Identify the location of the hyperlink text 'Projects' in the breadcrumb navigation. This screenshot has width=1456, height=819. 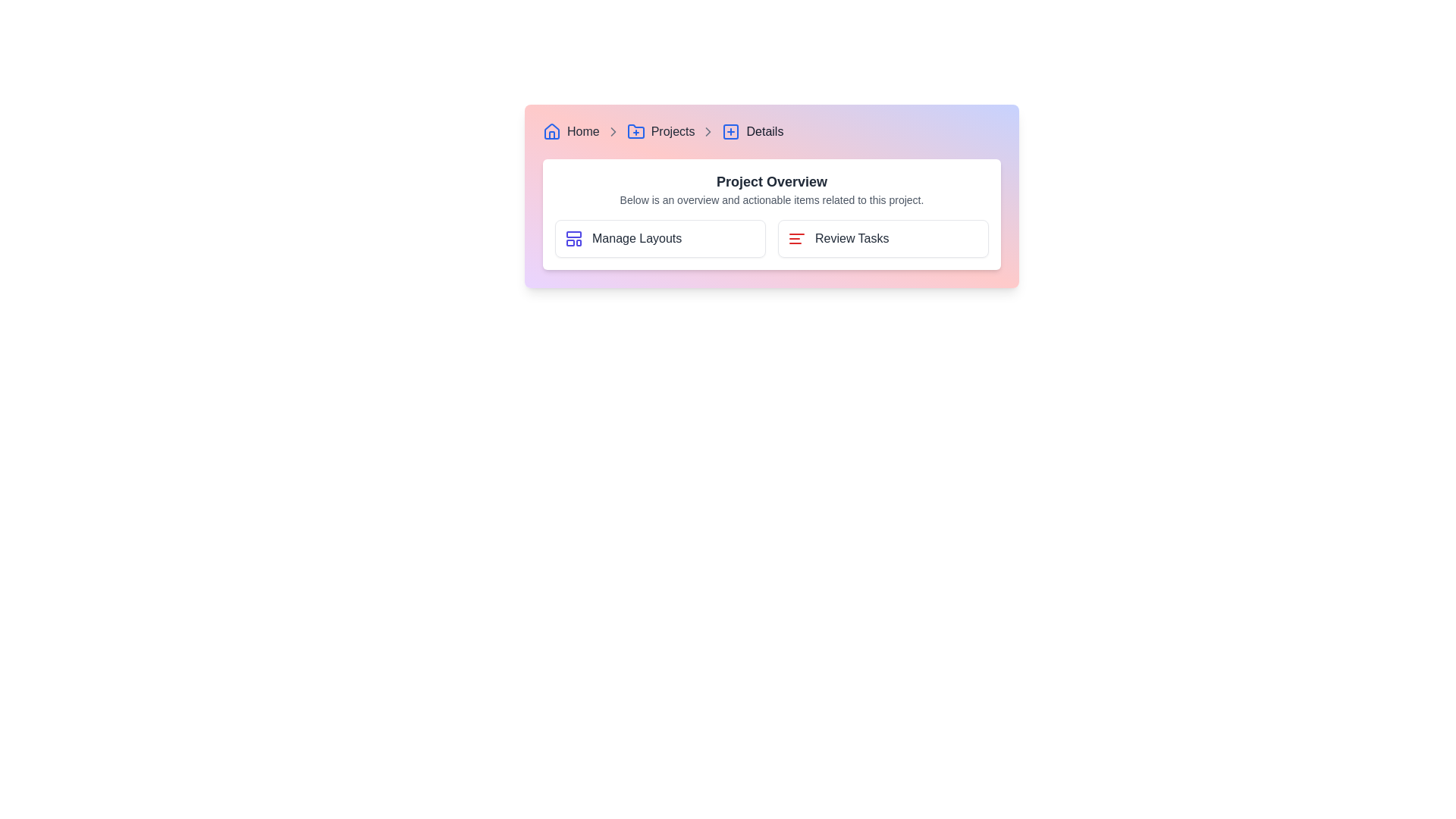
(672, 130).